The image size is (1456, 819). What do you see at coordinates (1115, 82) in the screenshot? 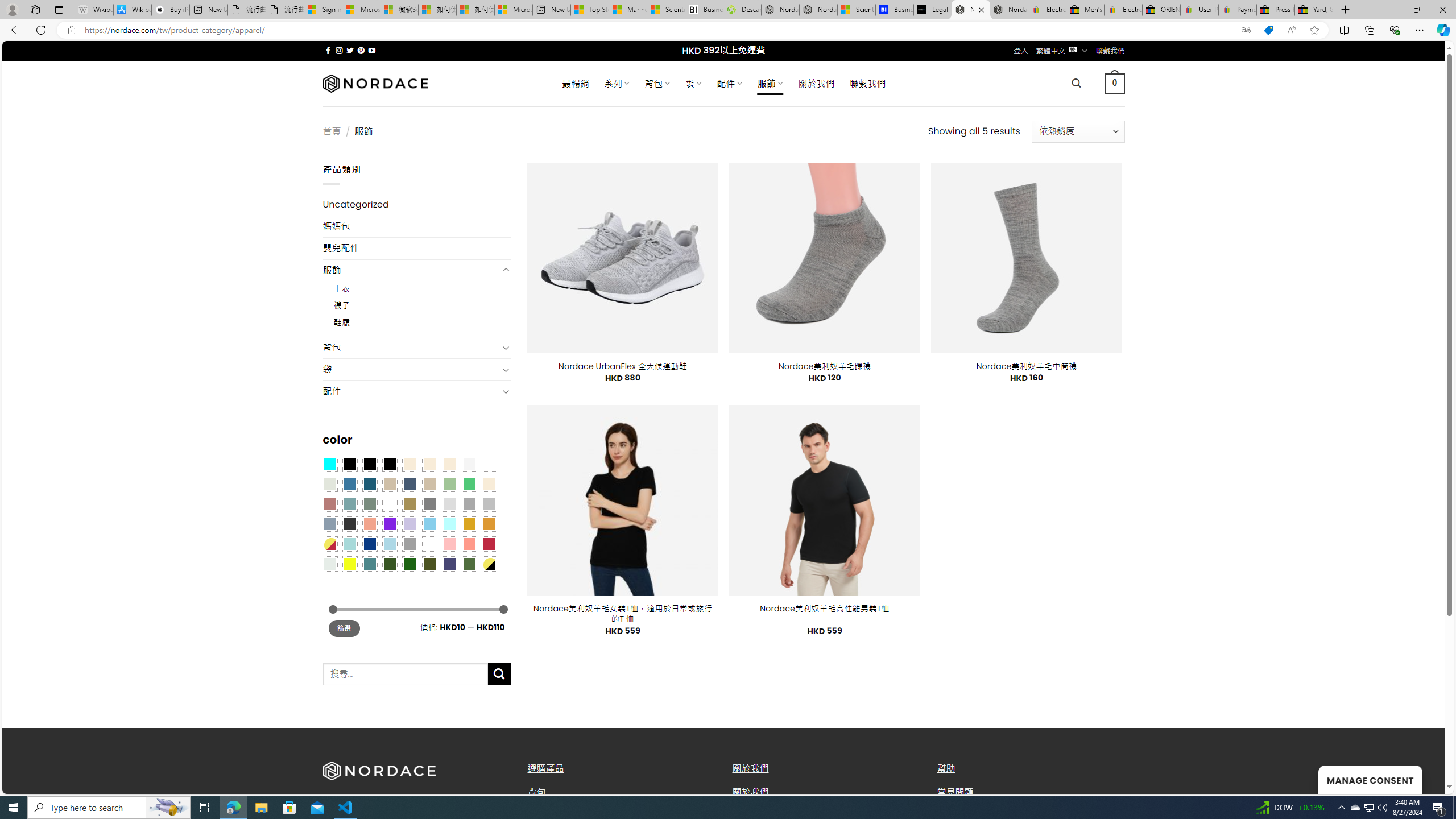
I see `' 0 '` at bounding box center [1115, 82].